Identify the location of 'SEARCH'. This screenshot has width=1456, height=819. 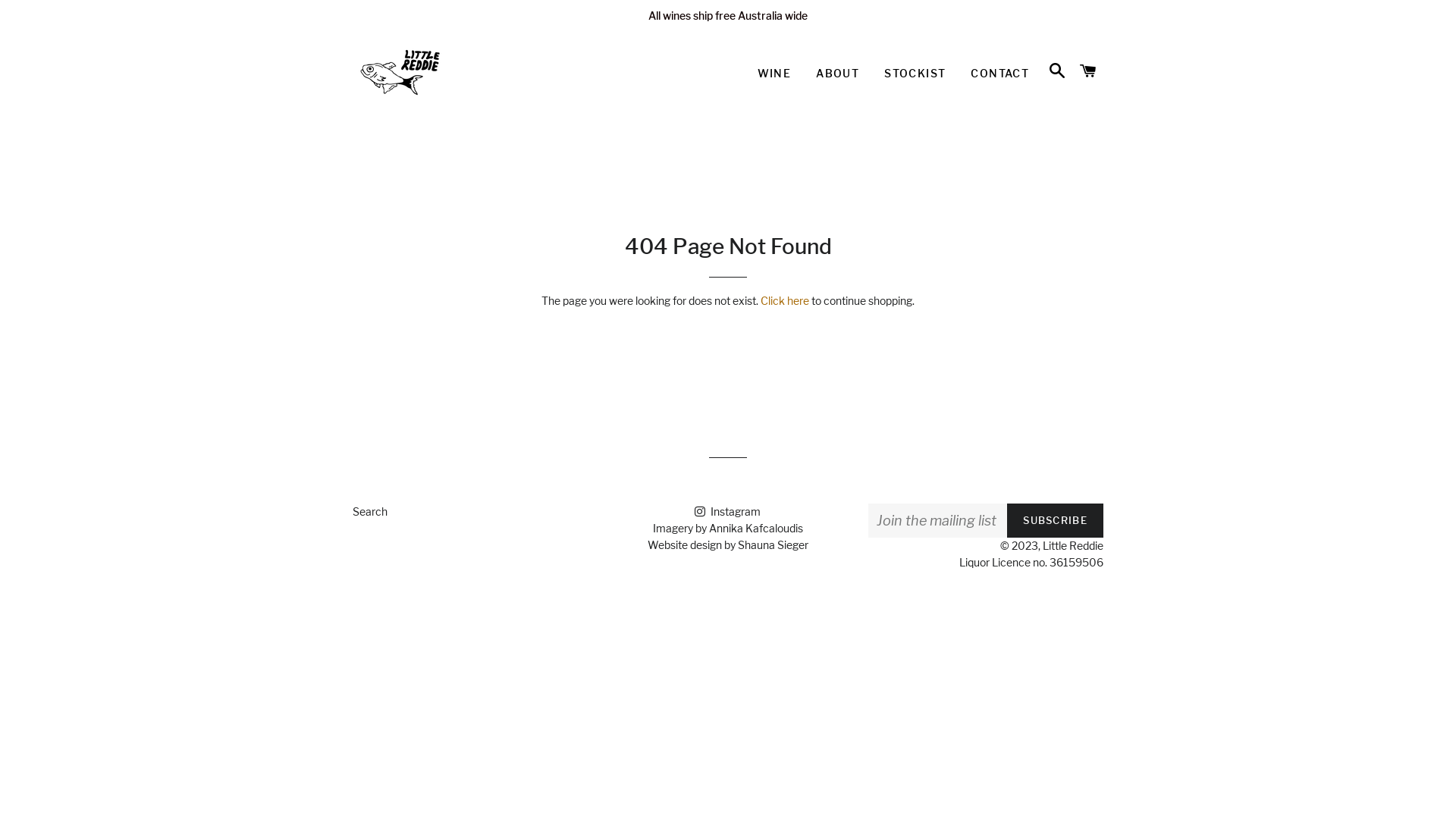
(1056, 71).